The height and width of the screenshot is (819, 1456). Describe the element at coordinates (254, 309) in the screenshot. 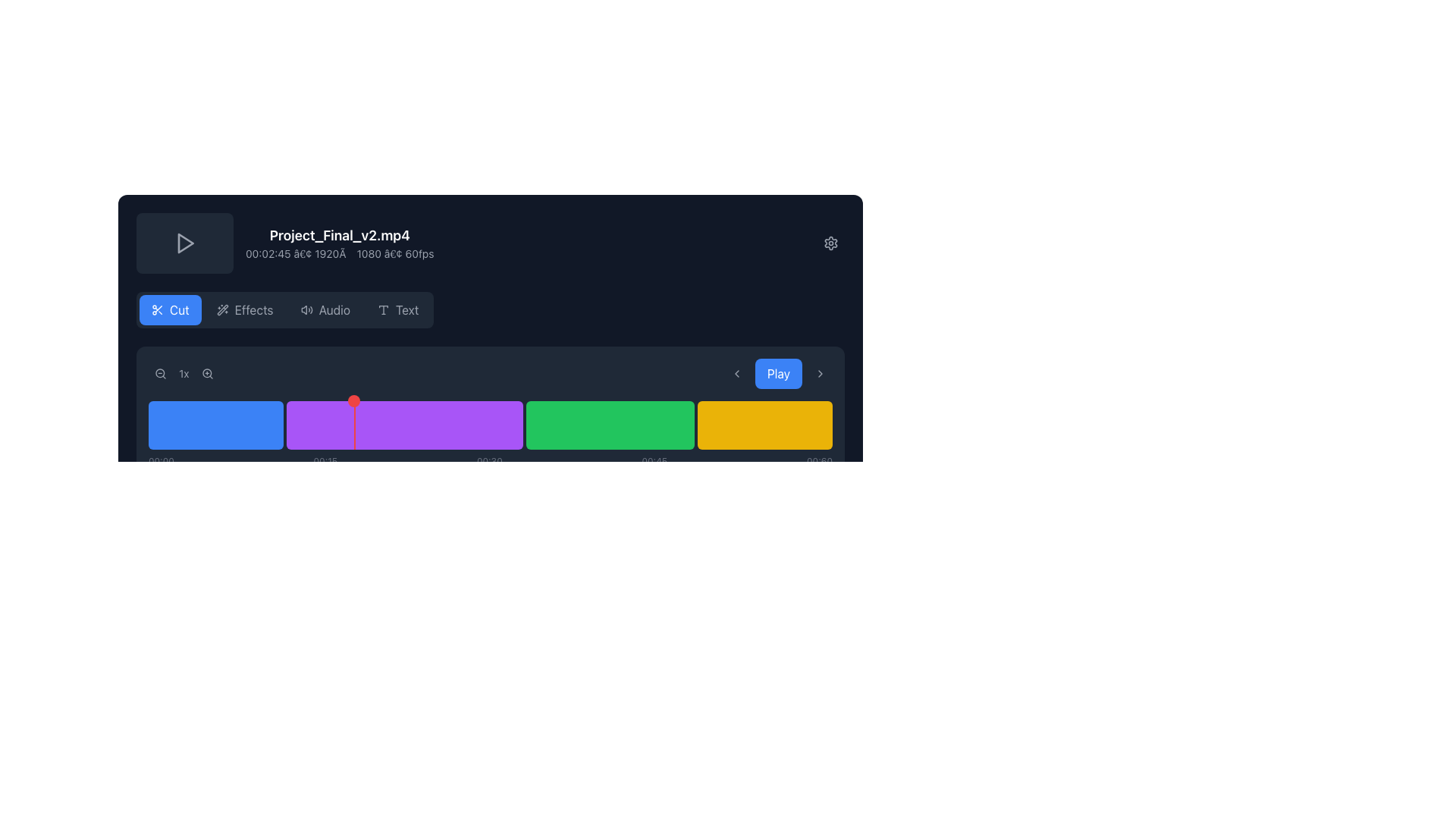

I see `the 'Effects' button located in the horizontal bar at the top of the interface, which is the second option from the left` at that location.